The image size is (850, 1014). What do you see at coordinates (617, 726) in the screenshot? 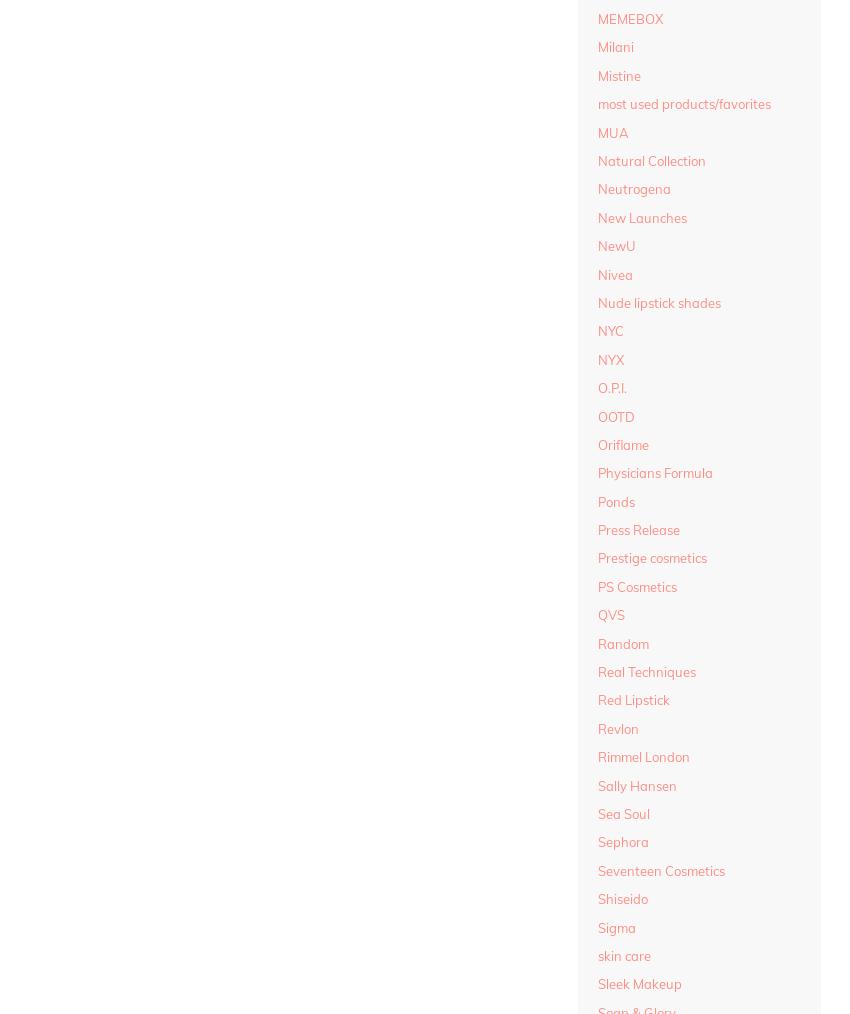
I see `'Revlon'` at bounding box center [617, 726].